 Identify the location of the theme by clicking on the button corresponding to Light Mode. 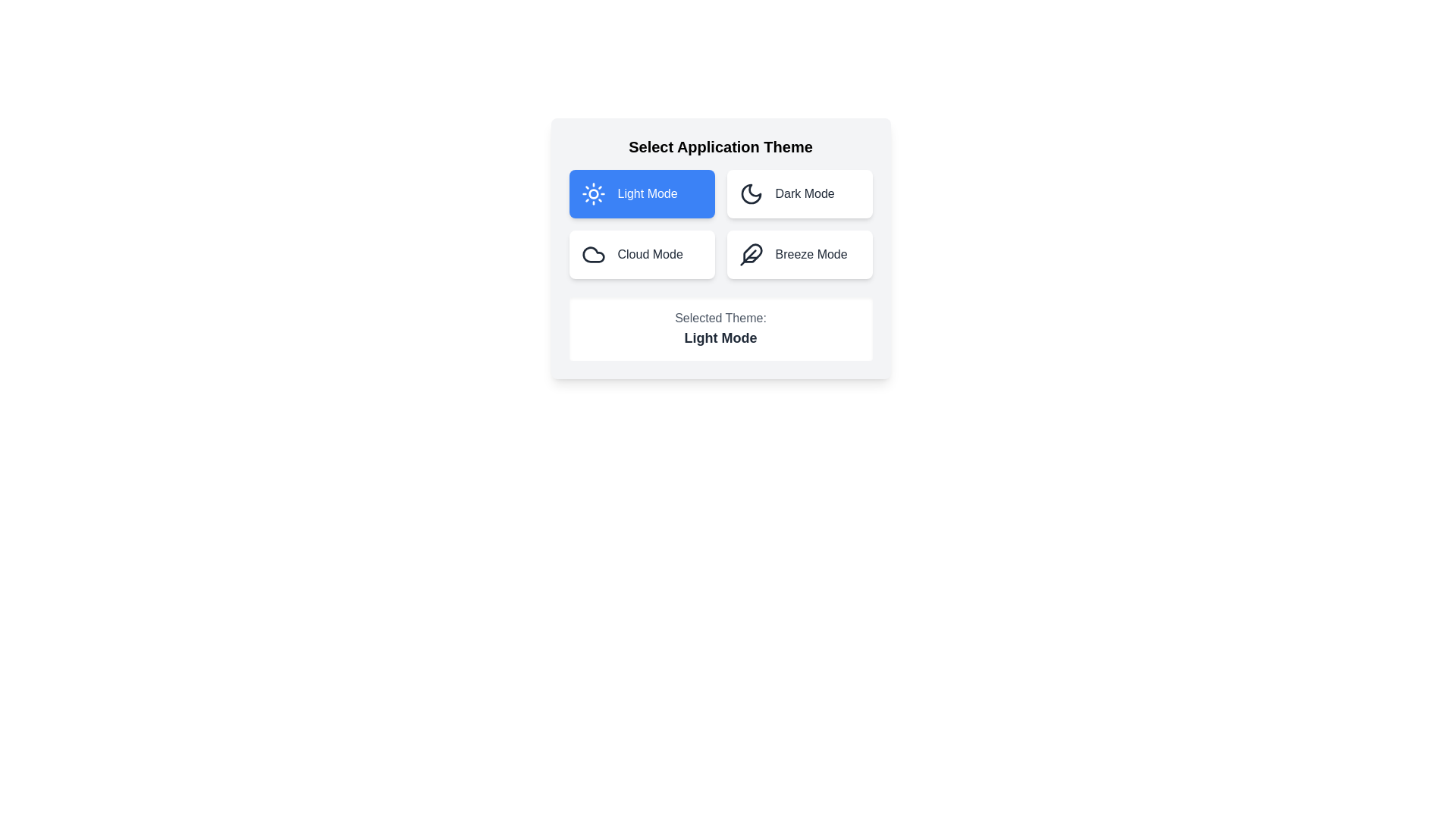
(642, 193).